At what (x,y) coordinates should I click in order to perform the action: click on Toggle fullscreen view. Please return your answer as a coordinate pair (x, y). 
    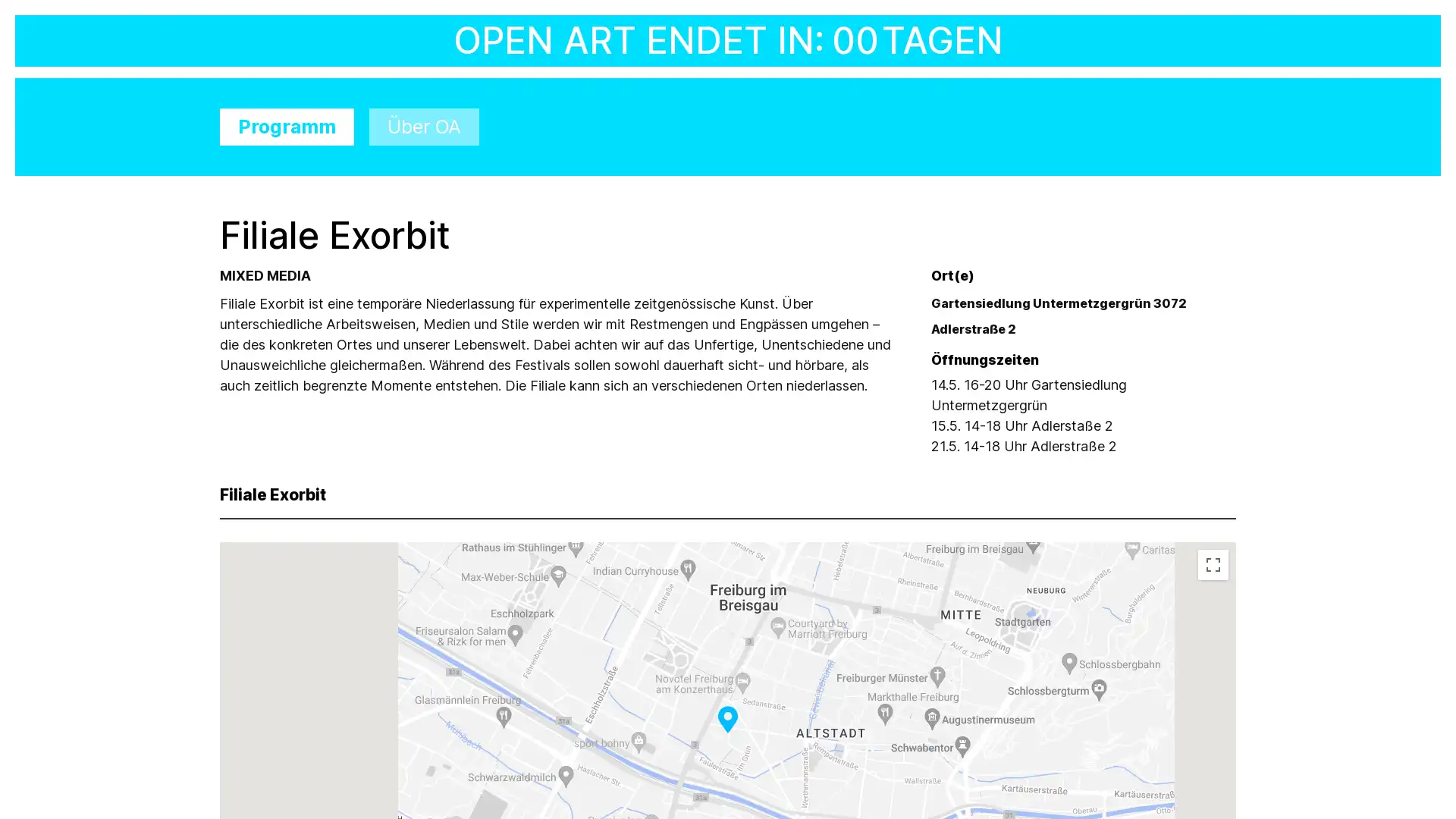
    Looking at the image, I should click on (1212, 564).